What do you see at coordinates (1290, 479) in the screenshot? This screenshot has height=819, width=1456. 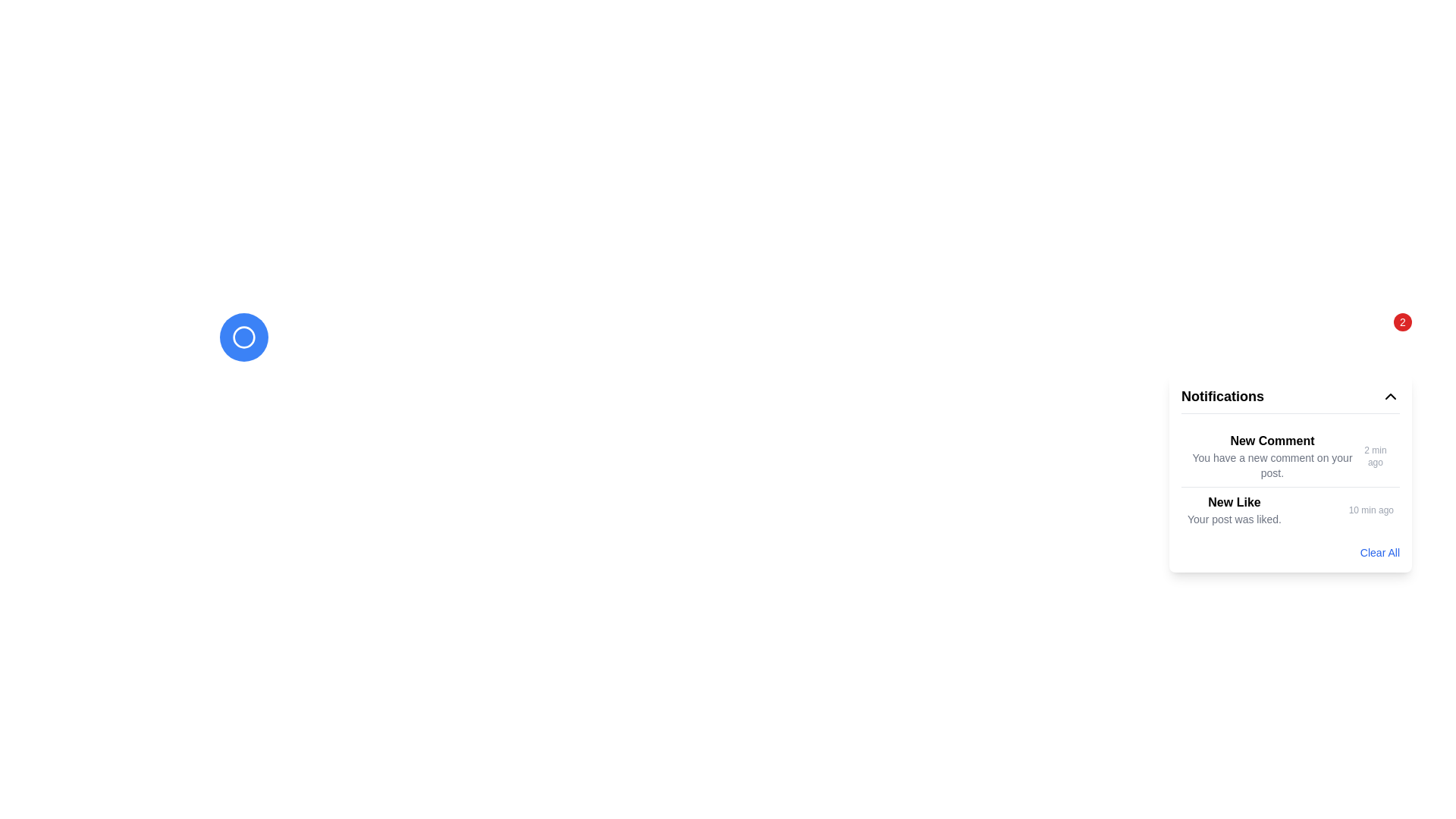 I see `the second interactive list item within the notification panel` at bounding box center [1290, 479].